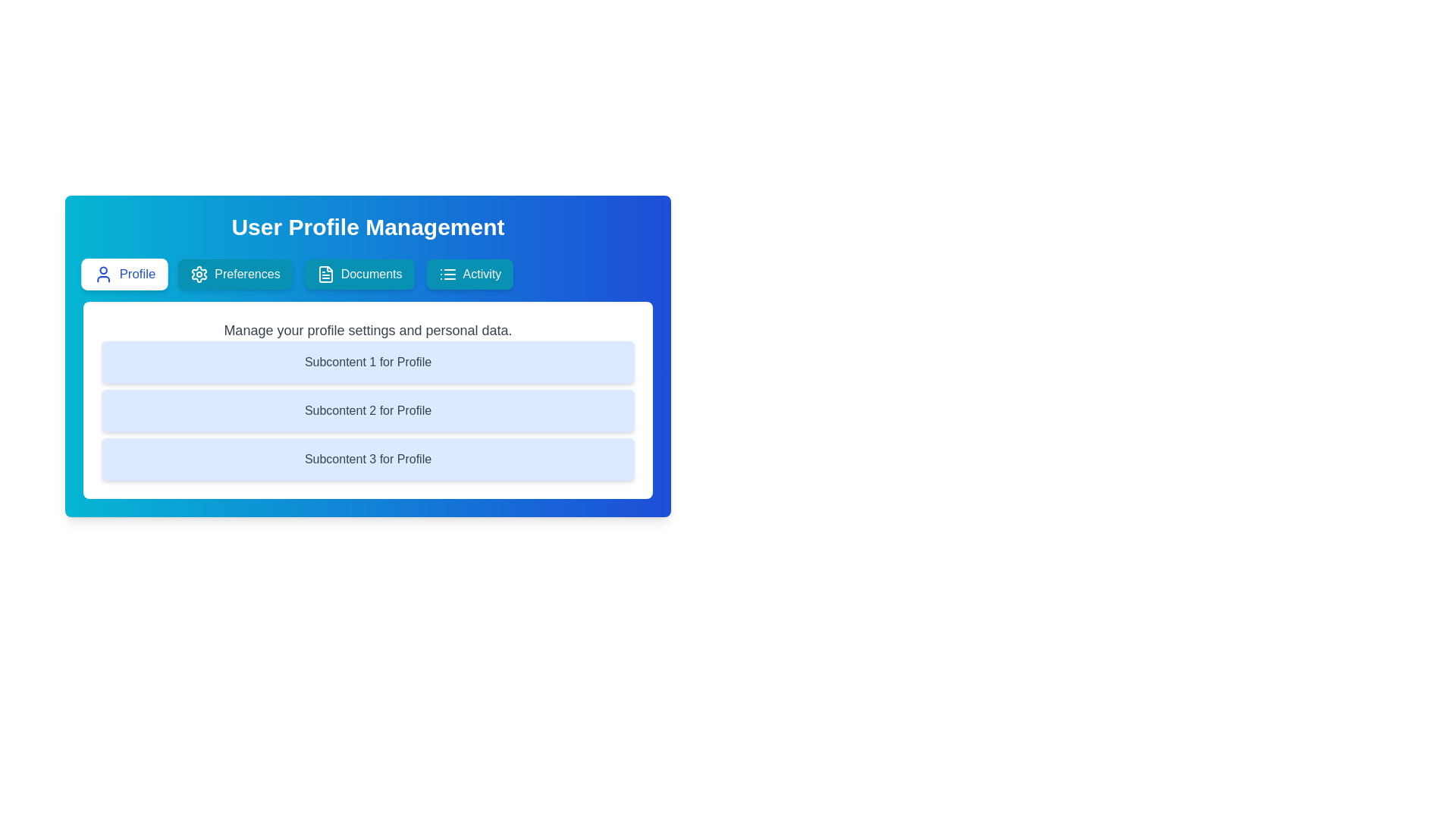 The height and width of the screenshot is (819, 1456). I want to click on the 'Preferences' button, which is styled with a cyan background and white text, to observe any hover effects, so click(234, 275).